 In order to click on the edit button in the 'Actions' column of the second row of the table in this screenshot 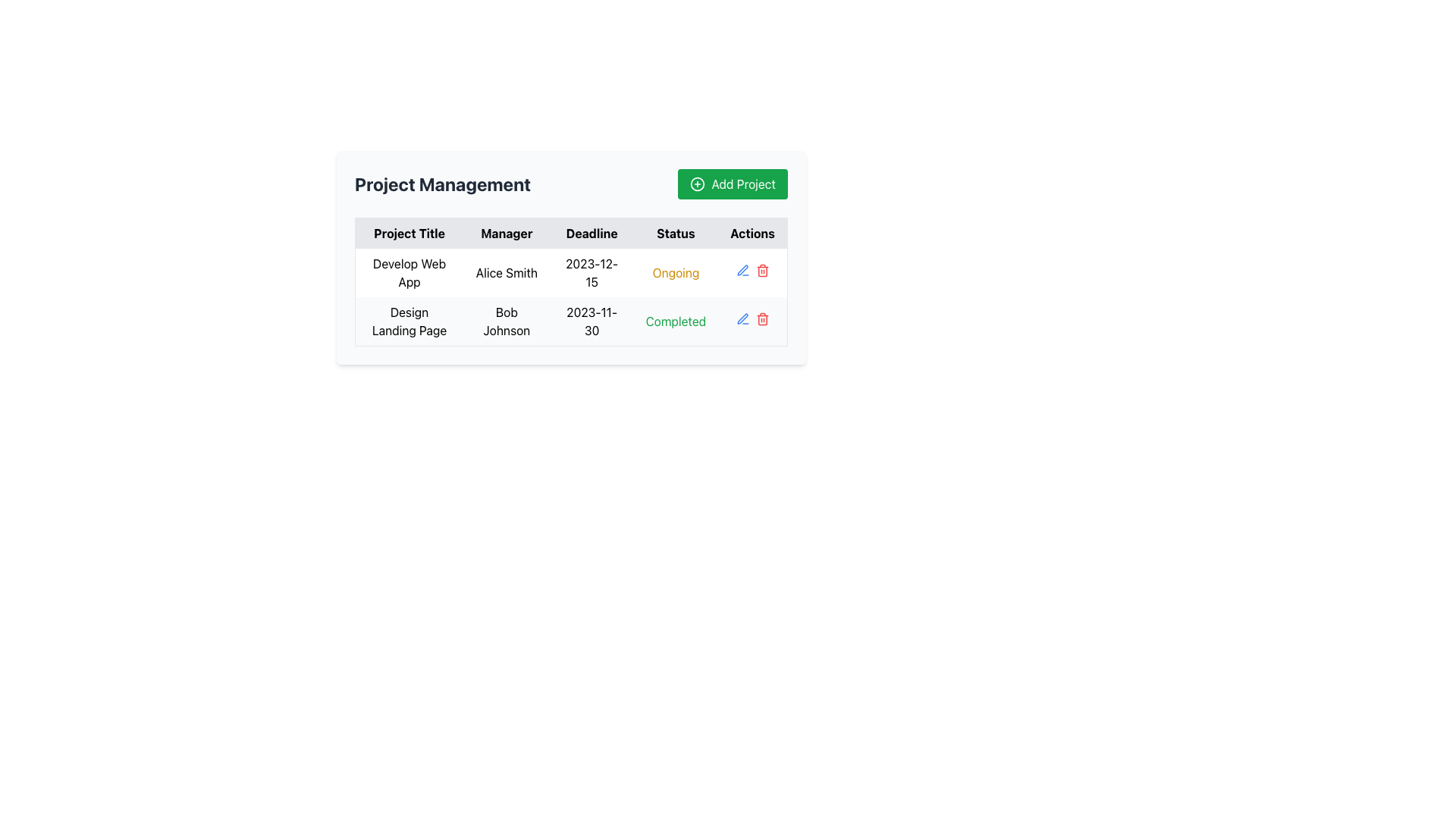, I will do `click(742, 270)`.